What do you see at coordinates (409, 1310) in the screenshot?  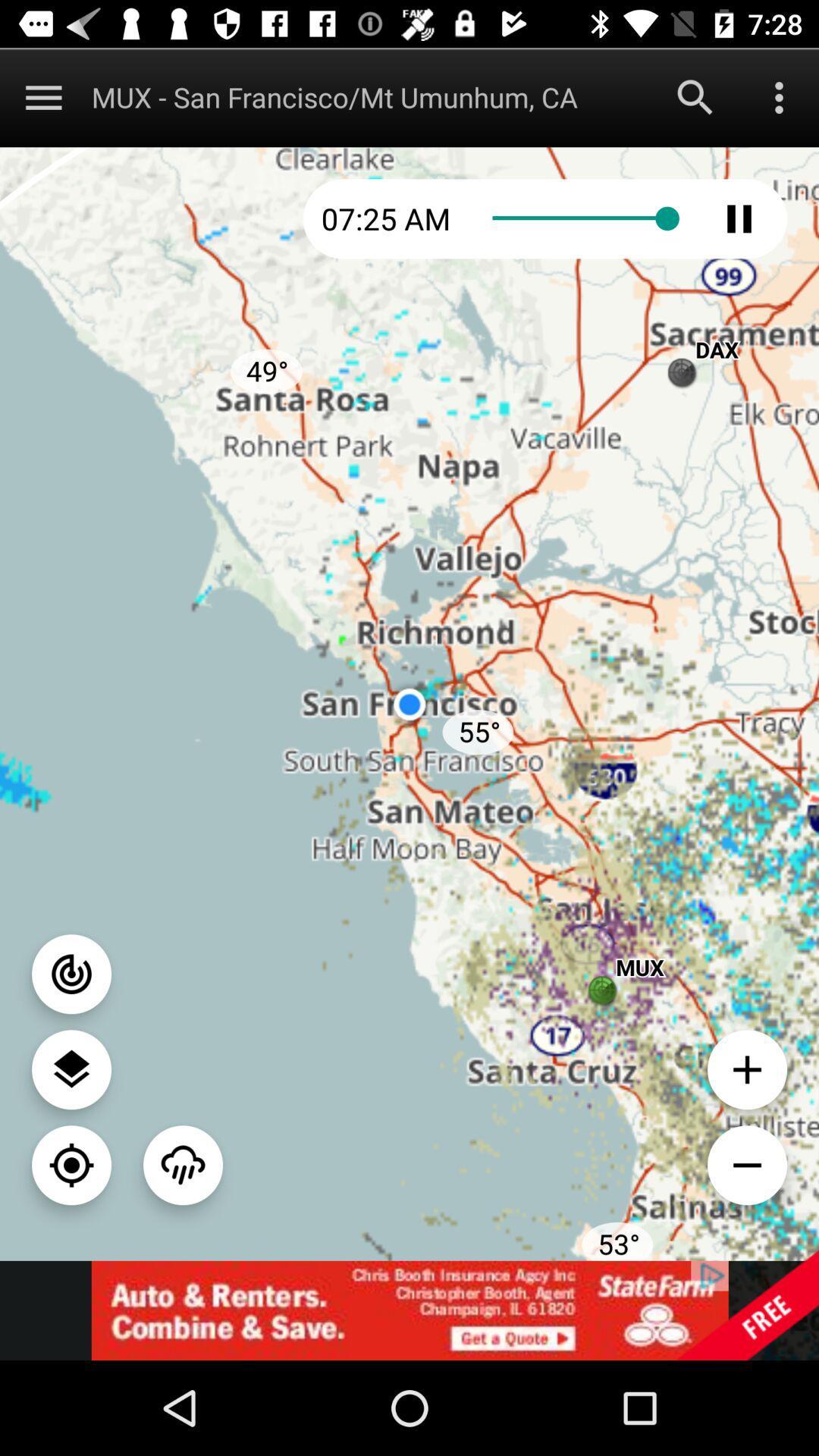 I see `website` at bounding box center [409, 1310].